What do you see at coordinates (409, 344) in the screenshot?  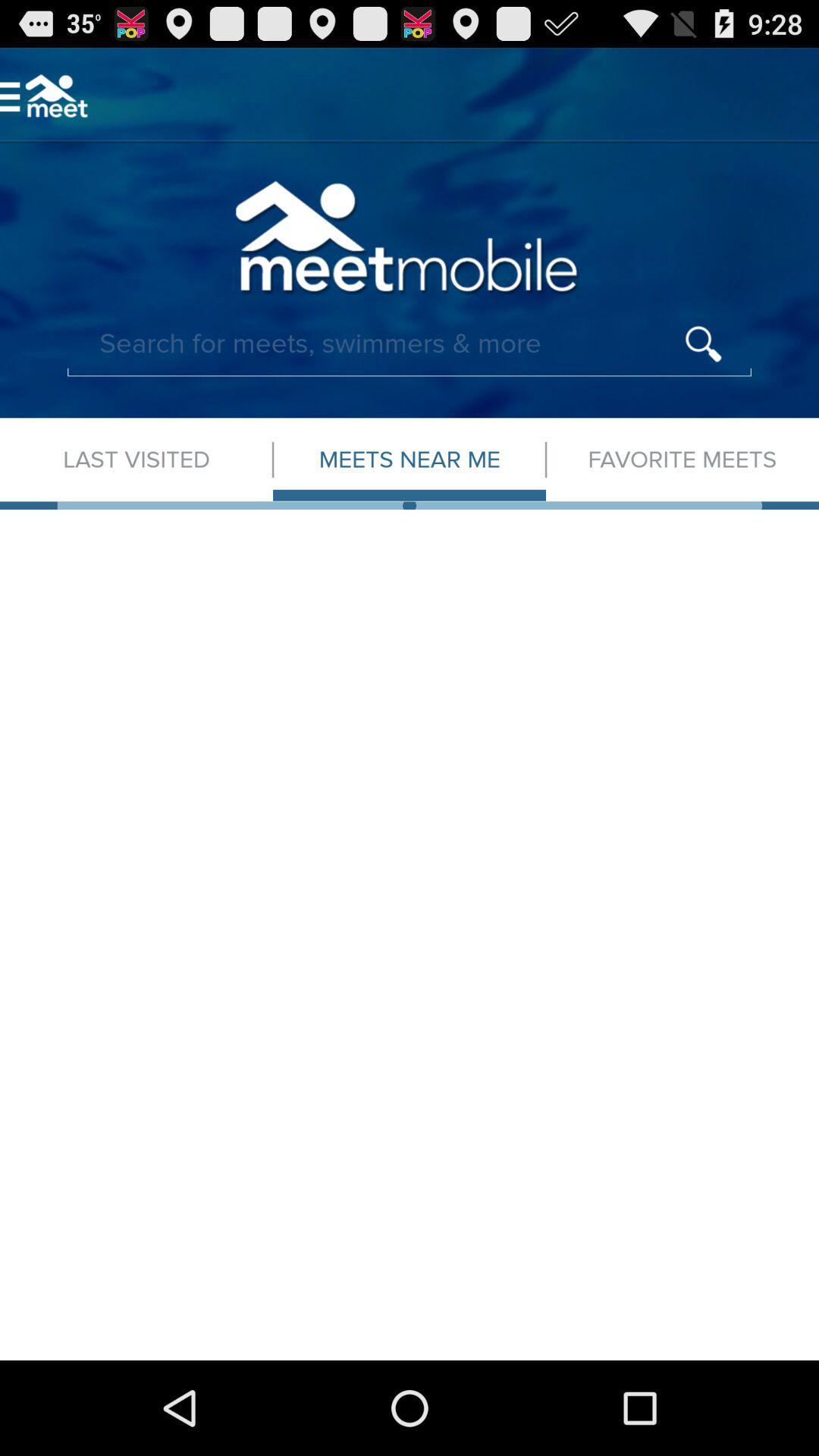 I see `search input box` at bounding box center [409, 344].